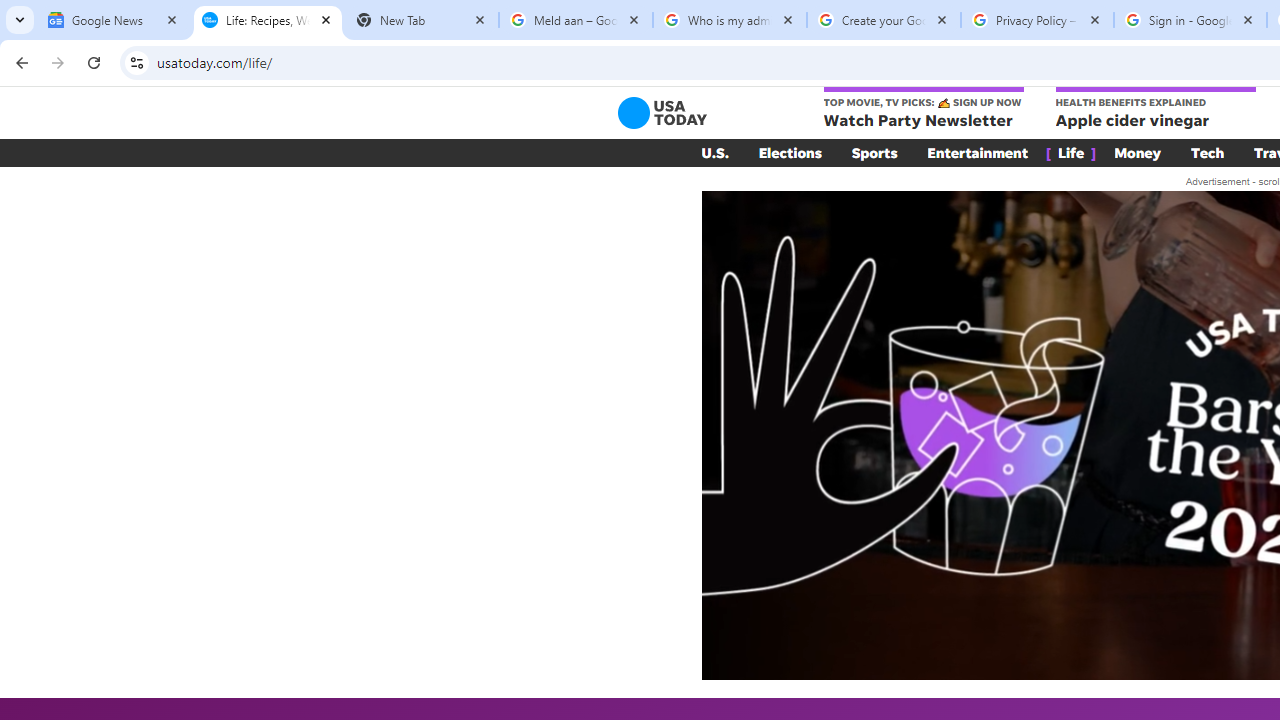 This screenshot has width=1280, height=720. Describe the element at coordinates (1206, 152) in the screenshot. I see `'Tech'` at that location.